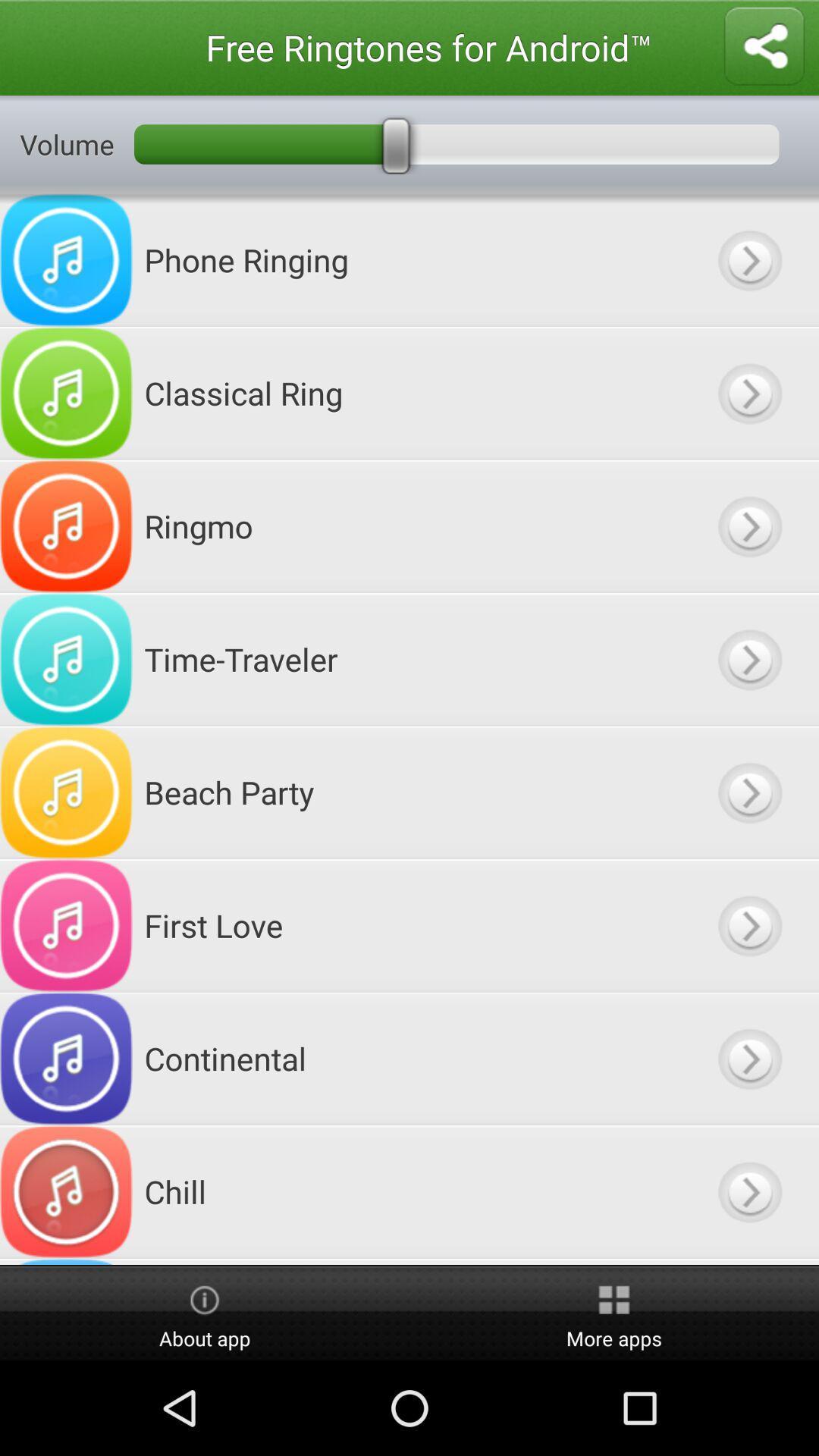  What do you see at coordinates (748, 260) in the screenshot?
I see `open additional settings/options` at bounding box center [748, 260].